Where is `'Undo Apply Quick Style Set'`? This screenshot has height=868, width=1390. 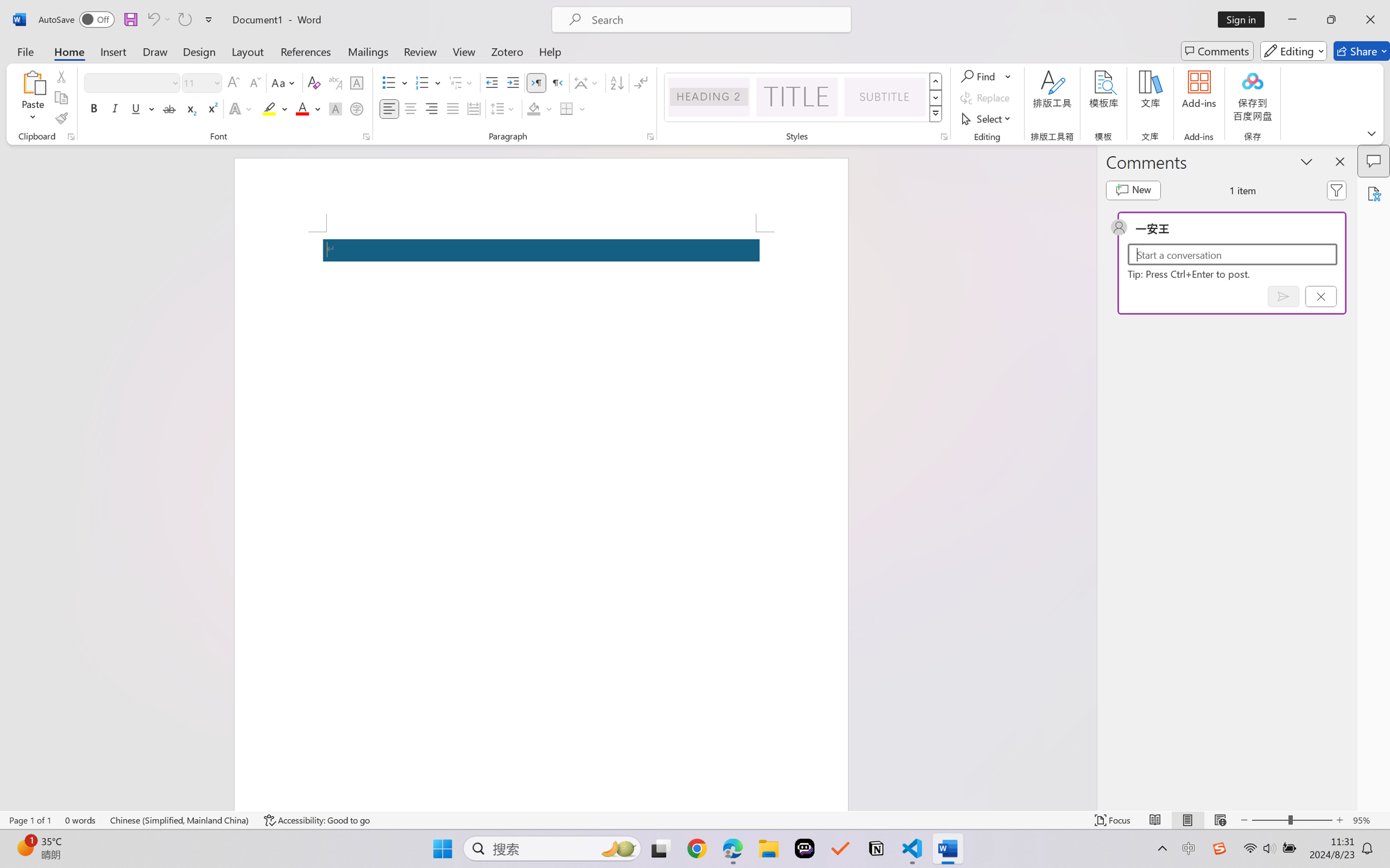 'Undo Apply Quick Style Set' is located at coordinates (157, 19).